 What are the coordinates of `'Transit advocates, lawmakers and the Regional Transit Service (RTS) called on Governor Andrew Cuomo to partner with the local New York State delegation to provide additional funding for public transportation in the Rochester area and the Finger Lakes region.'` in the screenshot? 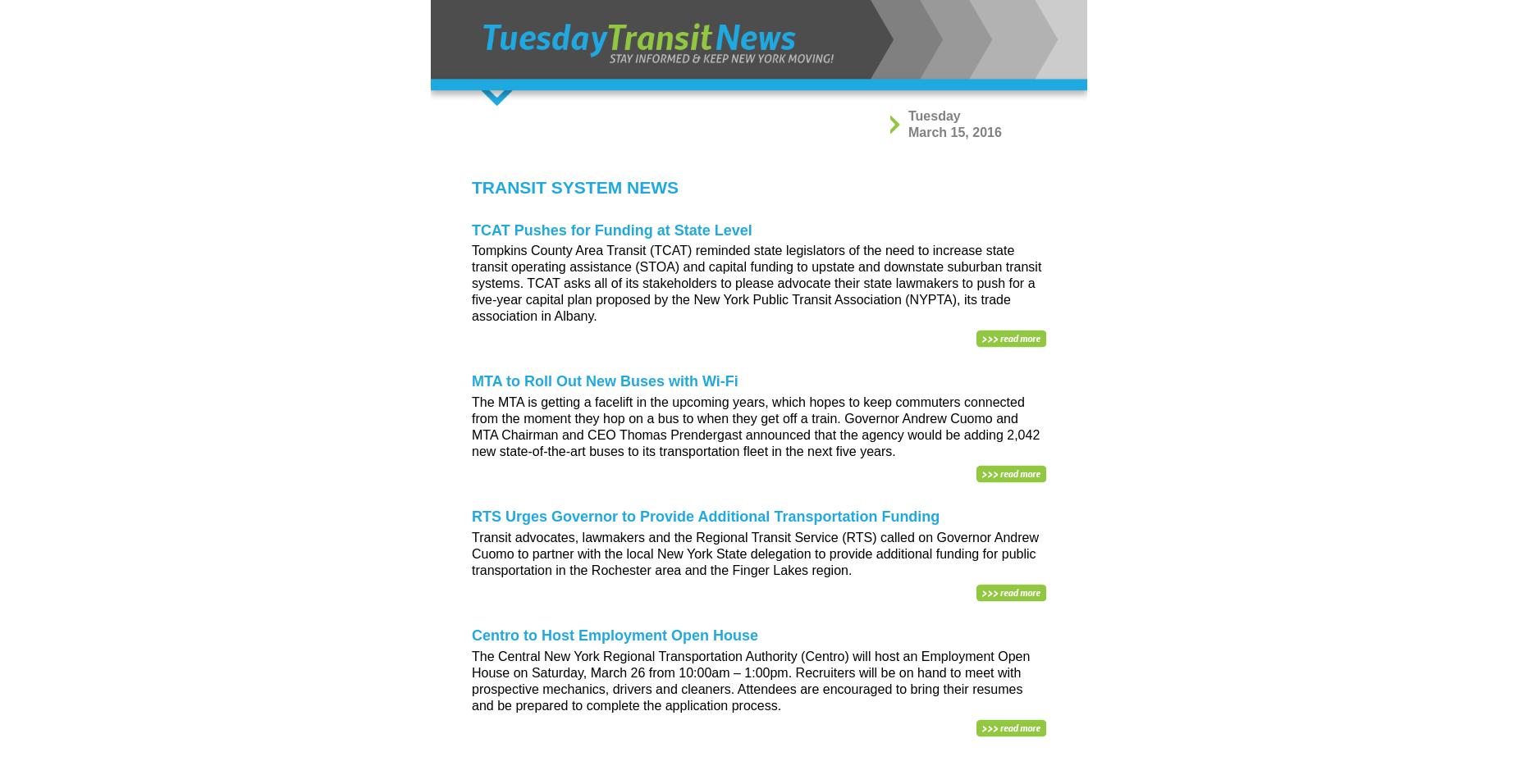 It's located at (755, 553).